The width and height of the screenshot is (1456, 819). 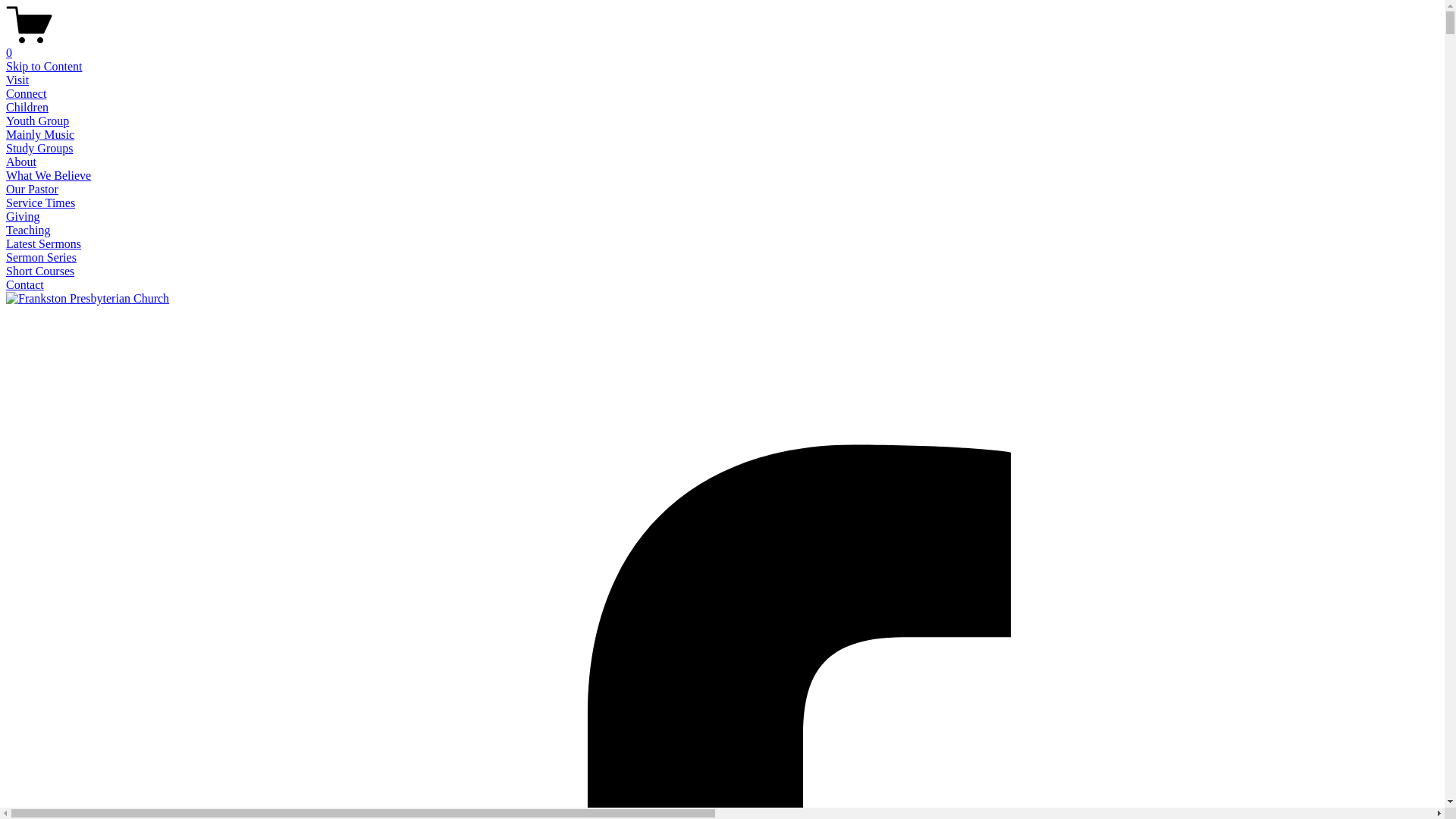 I want to click on 'Short Courses', so click(x=39, y=270).